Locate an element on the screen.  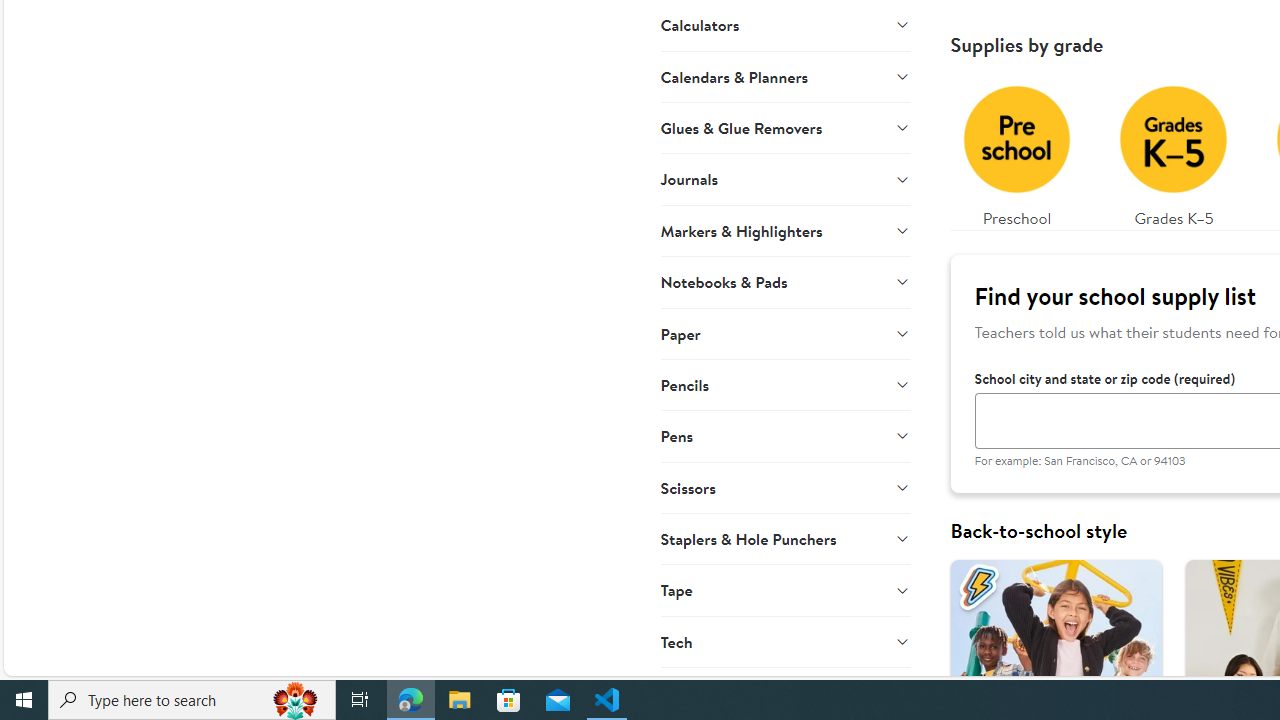
'Preschool' is located at coordinates (1016, 150).